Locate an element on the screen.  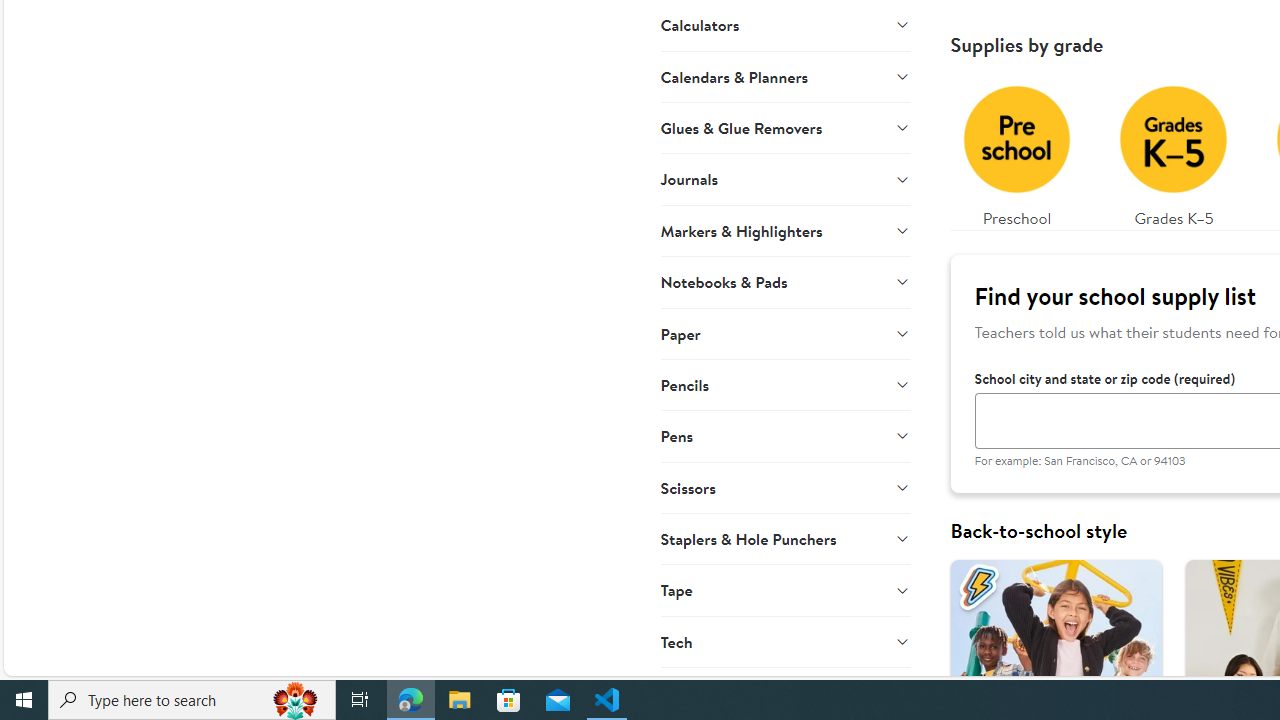
'Preschool' is located at coordinates (1016, 150).